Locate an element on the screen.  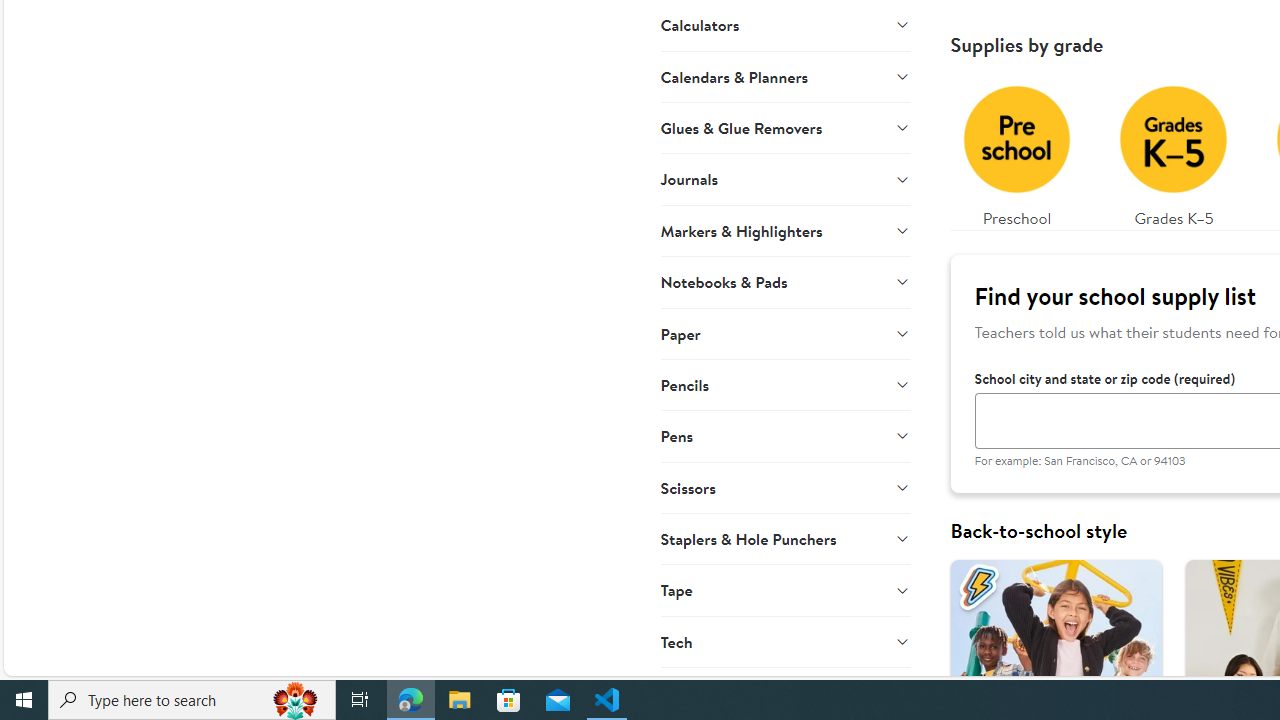
'Preschool' is located at coordinates (1016, 150).